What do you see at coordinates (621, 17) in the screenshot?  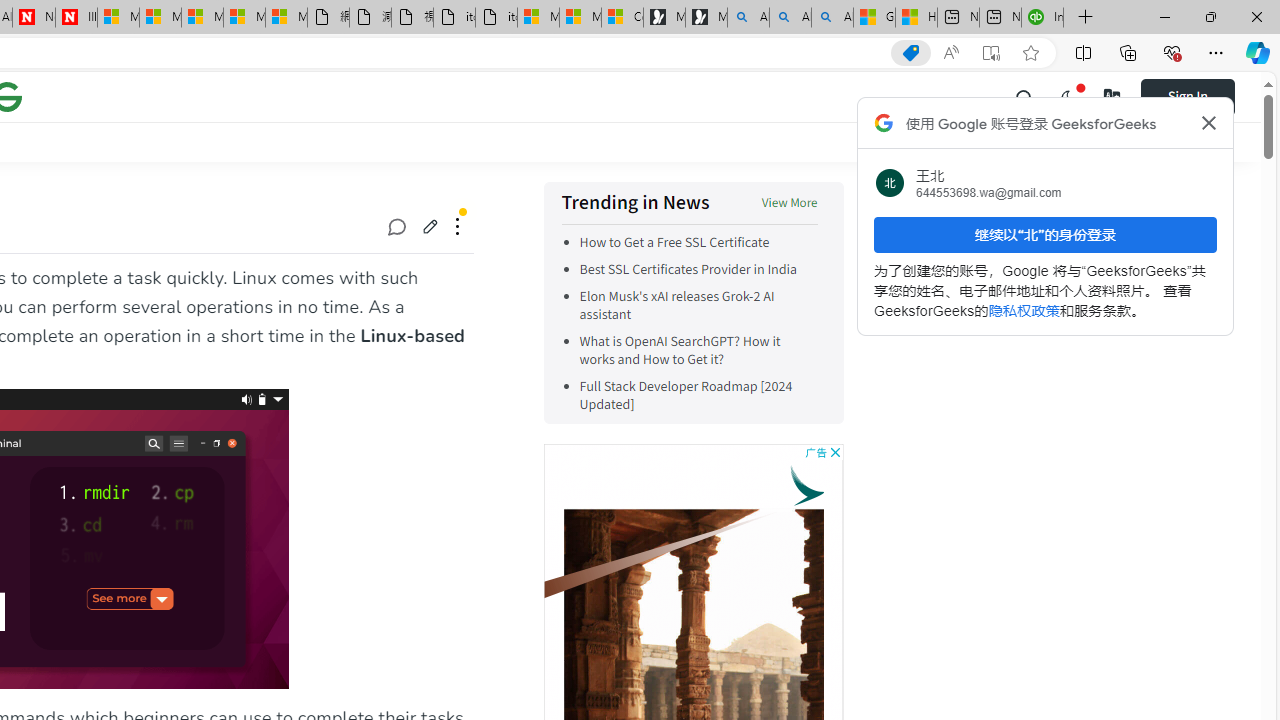 I see `'Consumer Health Data Privacy Policy'` at bounding box center [621, 17].